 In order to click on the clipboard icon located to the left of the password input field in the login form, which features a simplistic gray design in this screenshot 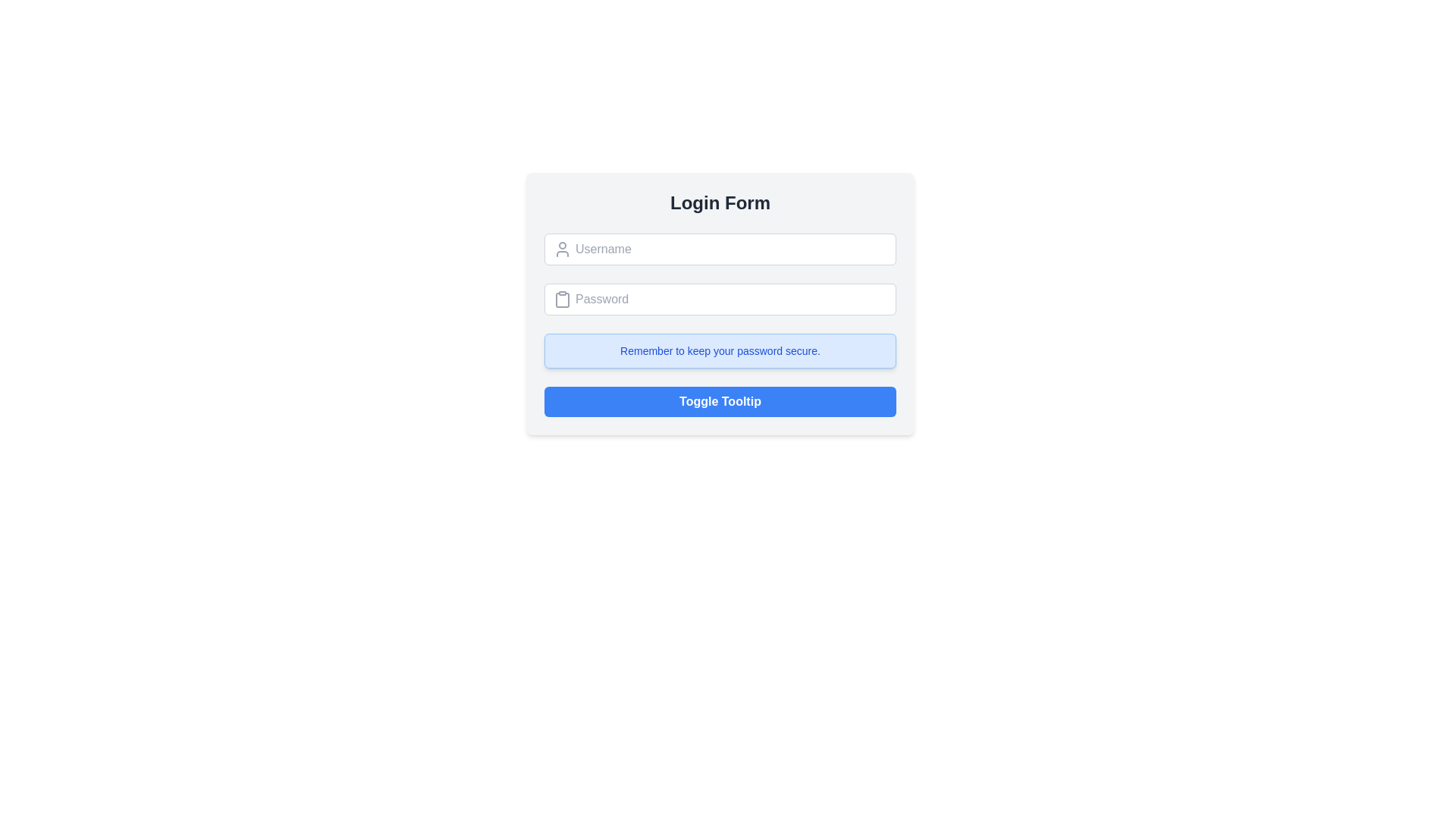, I will do `click(562, 300)`.